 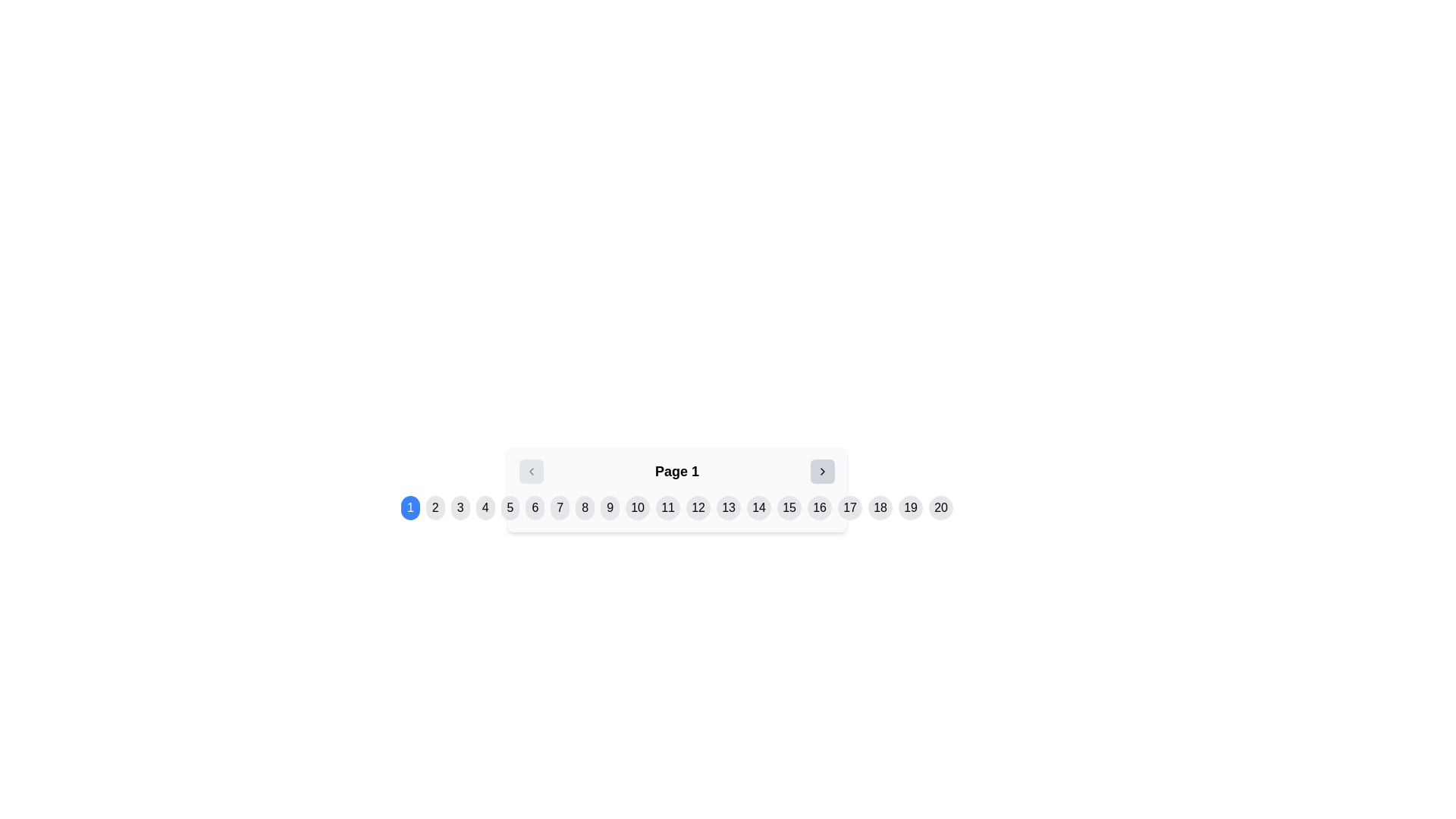 I want to click on the 11th circular pagination button, which is colored blue and located at the bottom-center of the interface, for interactive feedback, so click(x=676, y=508).